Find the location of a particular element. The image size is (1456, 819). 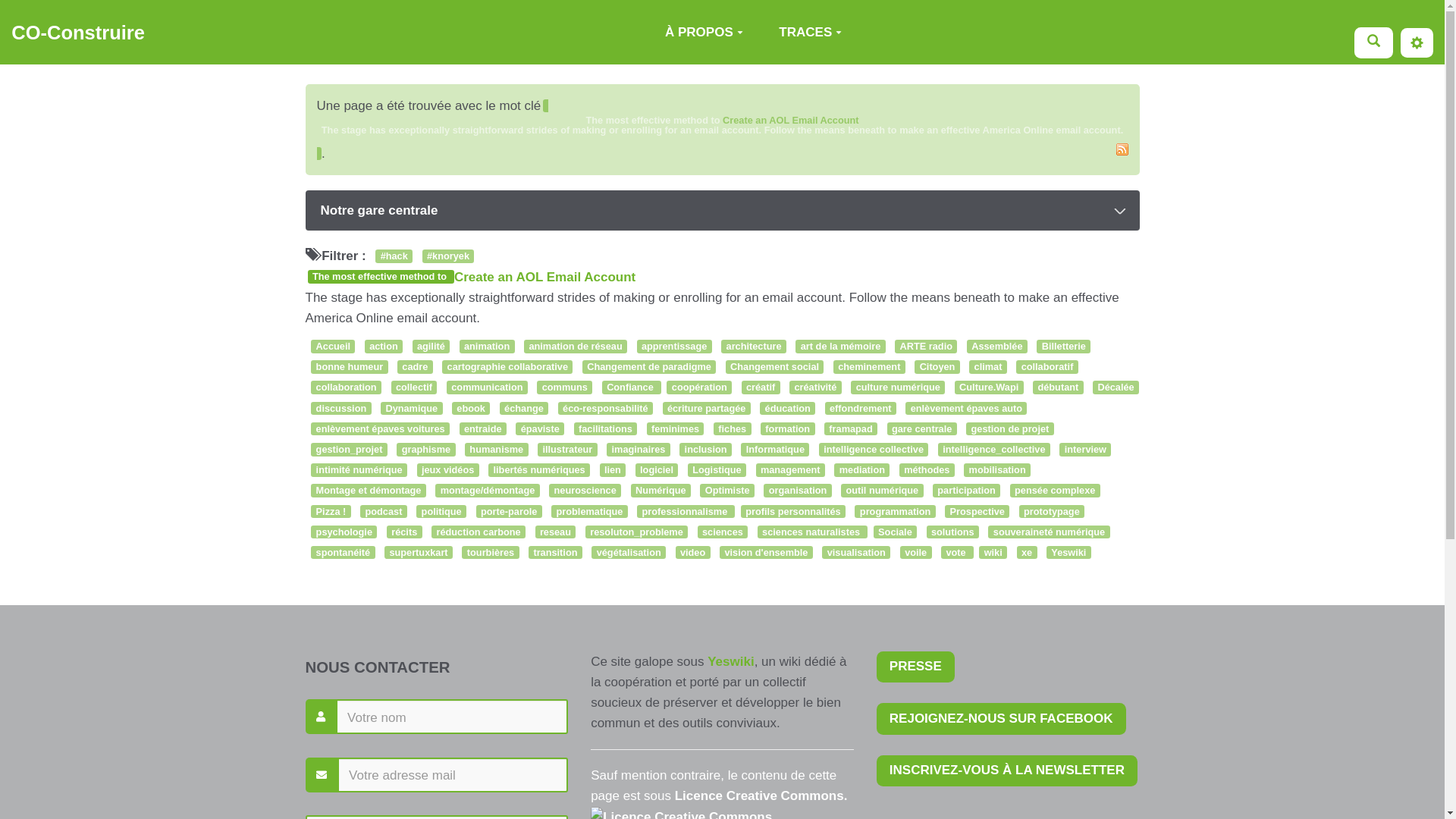

'Yeswiki' is located at coordinates (730, 661).